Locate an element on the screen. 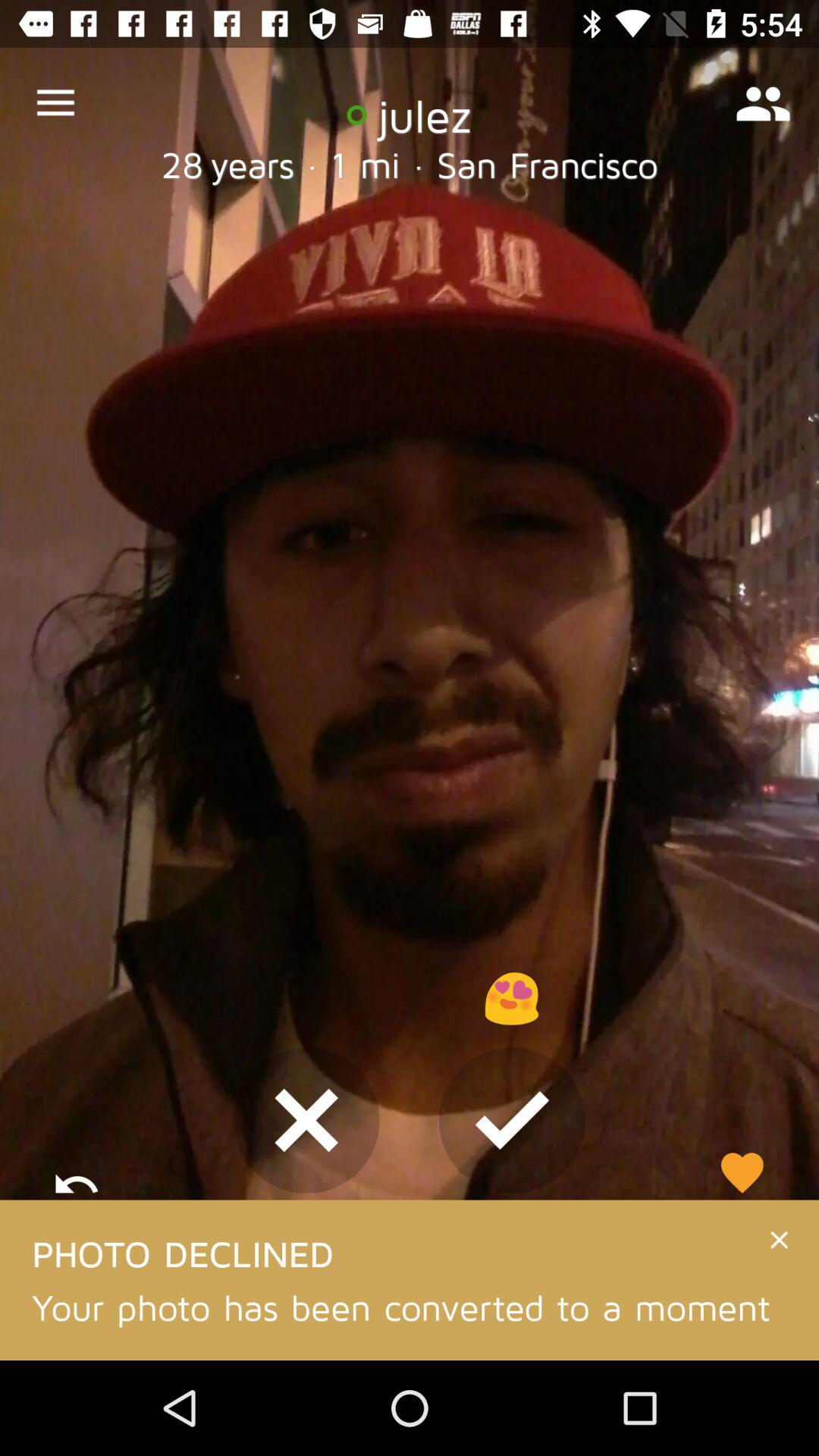 The height and width of the screenshot is (1456, 819). the close icon is located at coordinates (779, 1240).